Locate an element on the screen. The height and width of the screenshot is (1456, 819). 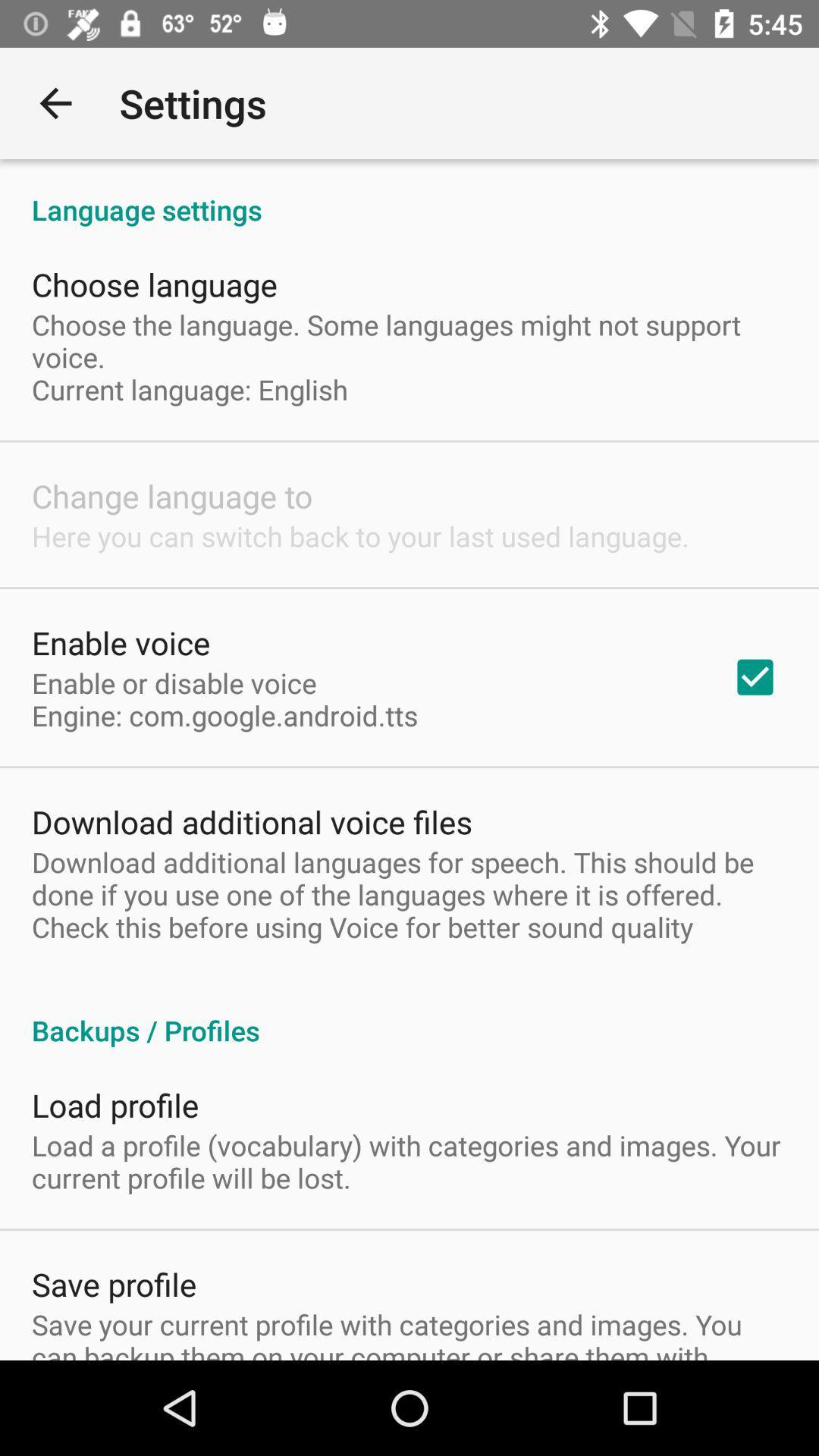
item to the right of the enable or disable item is located at coordinates (755, 676).